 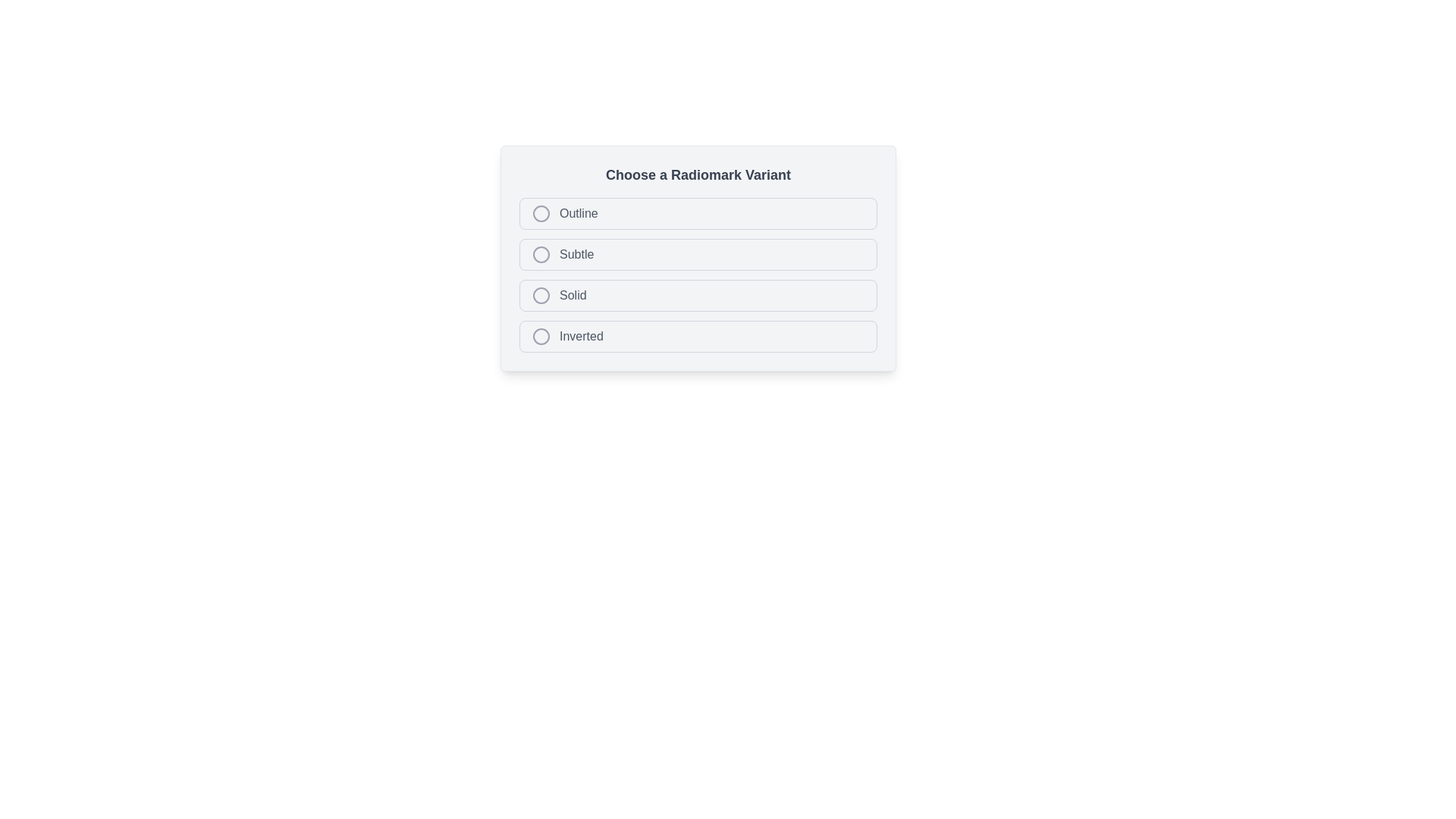 I want to click on the radio button indicator circle, so click(x=541, y=295).